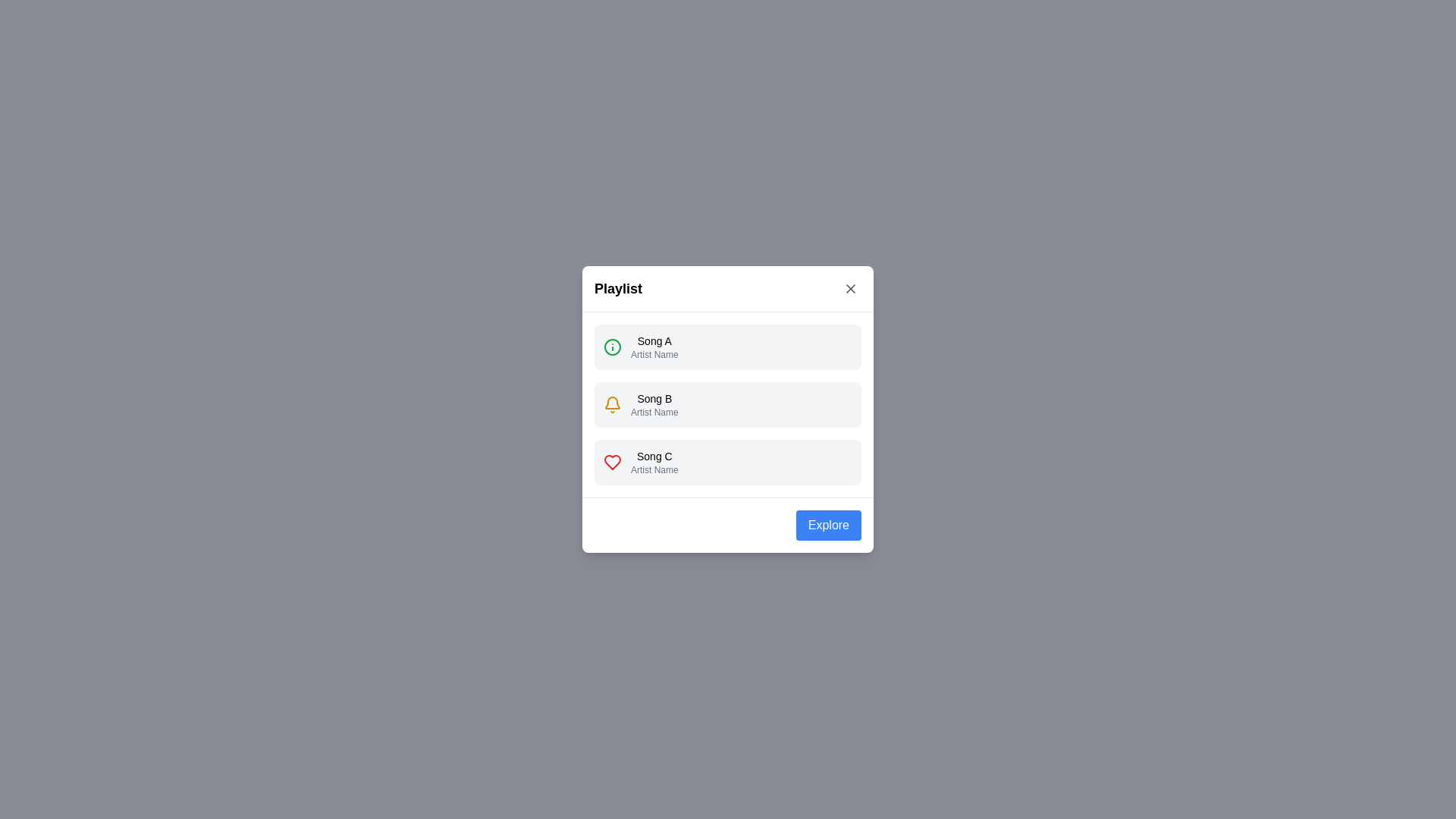 The height and width of the screenshot is (819, 1456). Describe the element at coordinates (612, 347) in the screenshot. I see `the decorative or informative icon indicating additional information about 'Song A', which is positioned to the left of the text 'Song A' and 'Artist Name'` at that location.